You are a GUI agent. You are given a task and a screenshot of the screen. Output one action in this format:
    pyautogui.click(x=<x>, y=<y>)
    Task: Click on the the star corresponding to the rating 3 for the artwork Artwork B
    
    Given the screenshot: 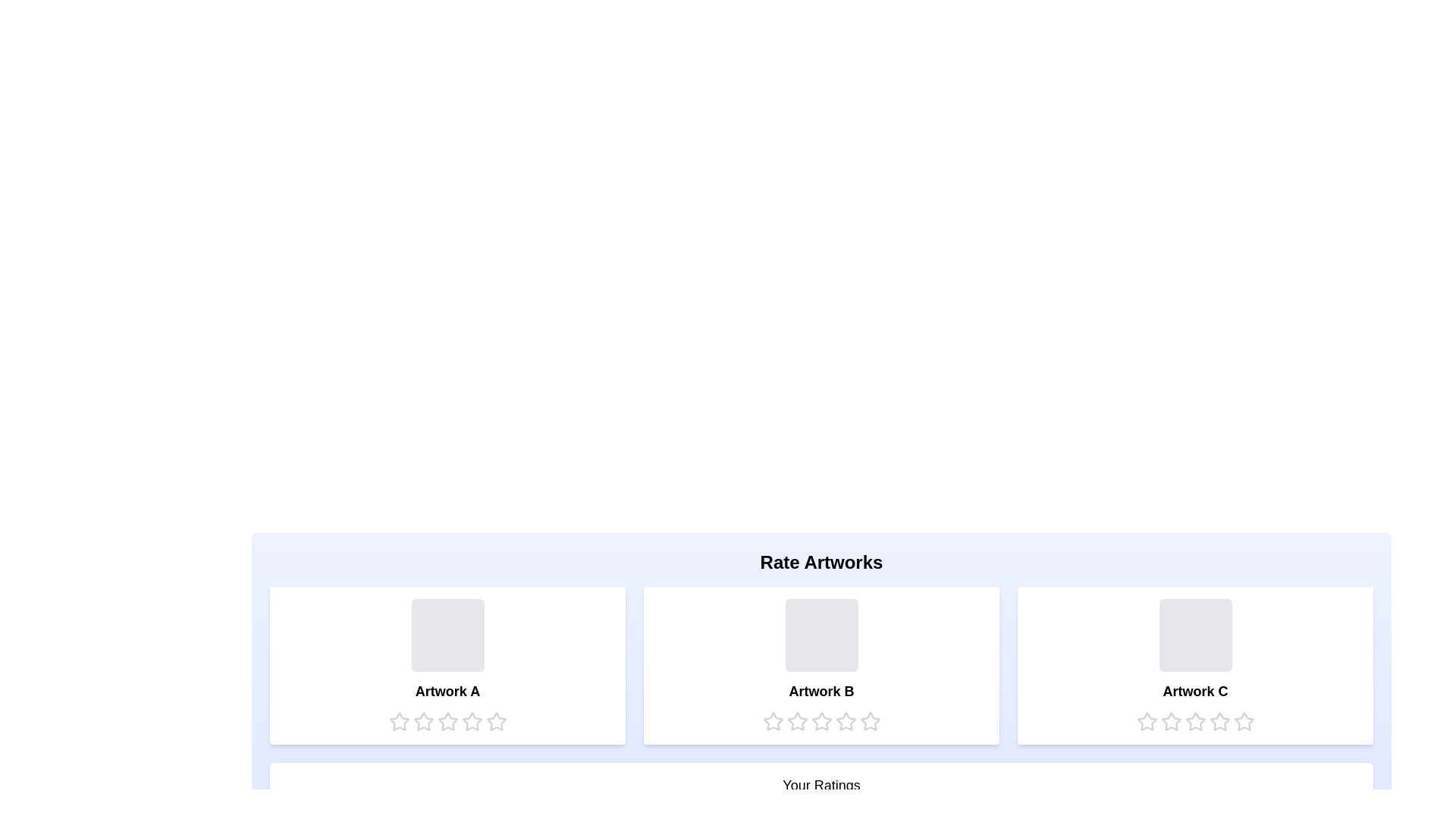 What is the action you would take?
    pyautogui.click(x=821, y=721)
    